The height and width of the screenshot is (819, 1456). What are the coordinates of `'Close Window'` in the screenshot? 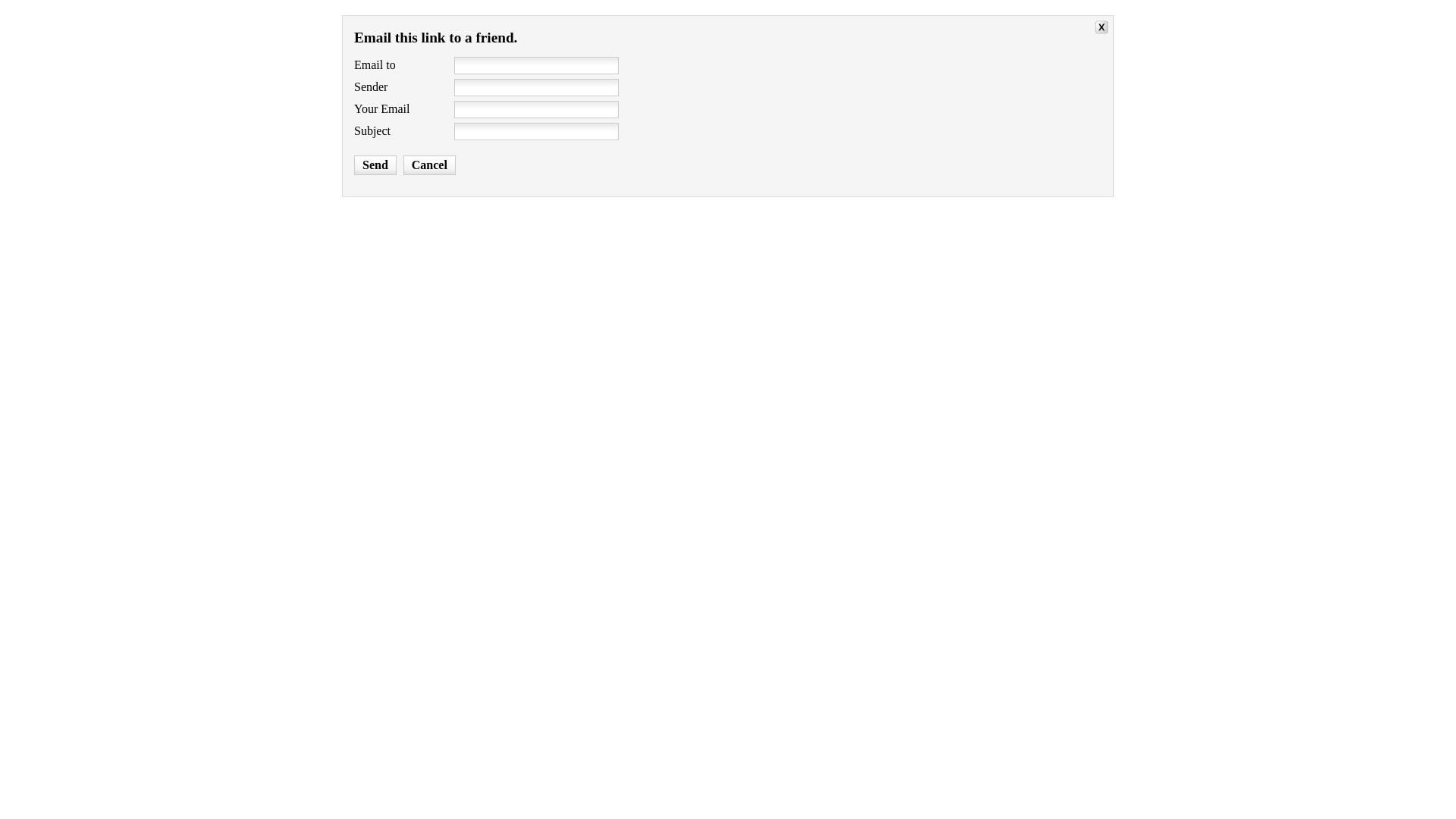 It's located at (1103, 29).